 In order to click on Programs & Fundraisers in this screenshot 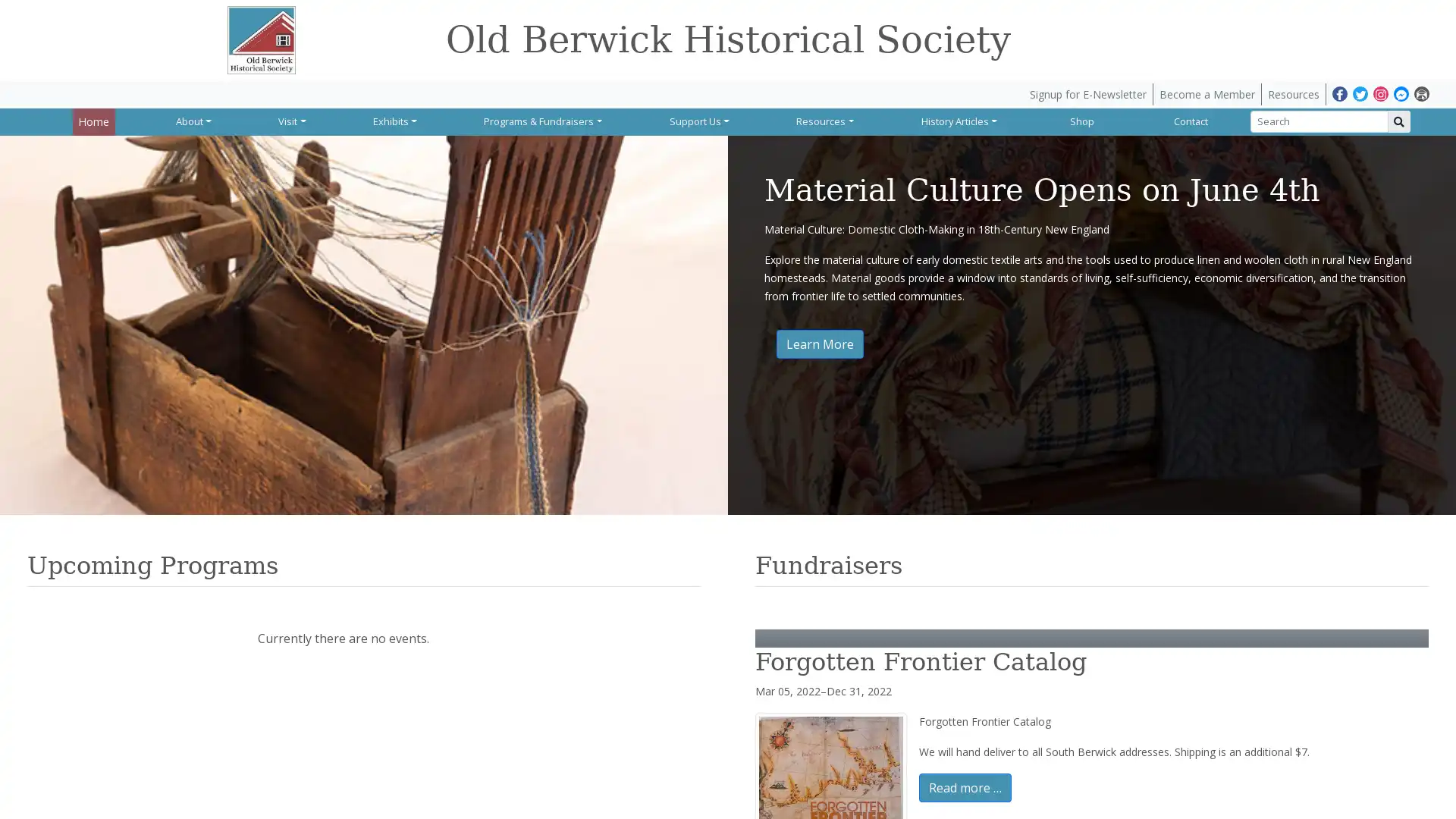, I will do `click(542, 120)`.